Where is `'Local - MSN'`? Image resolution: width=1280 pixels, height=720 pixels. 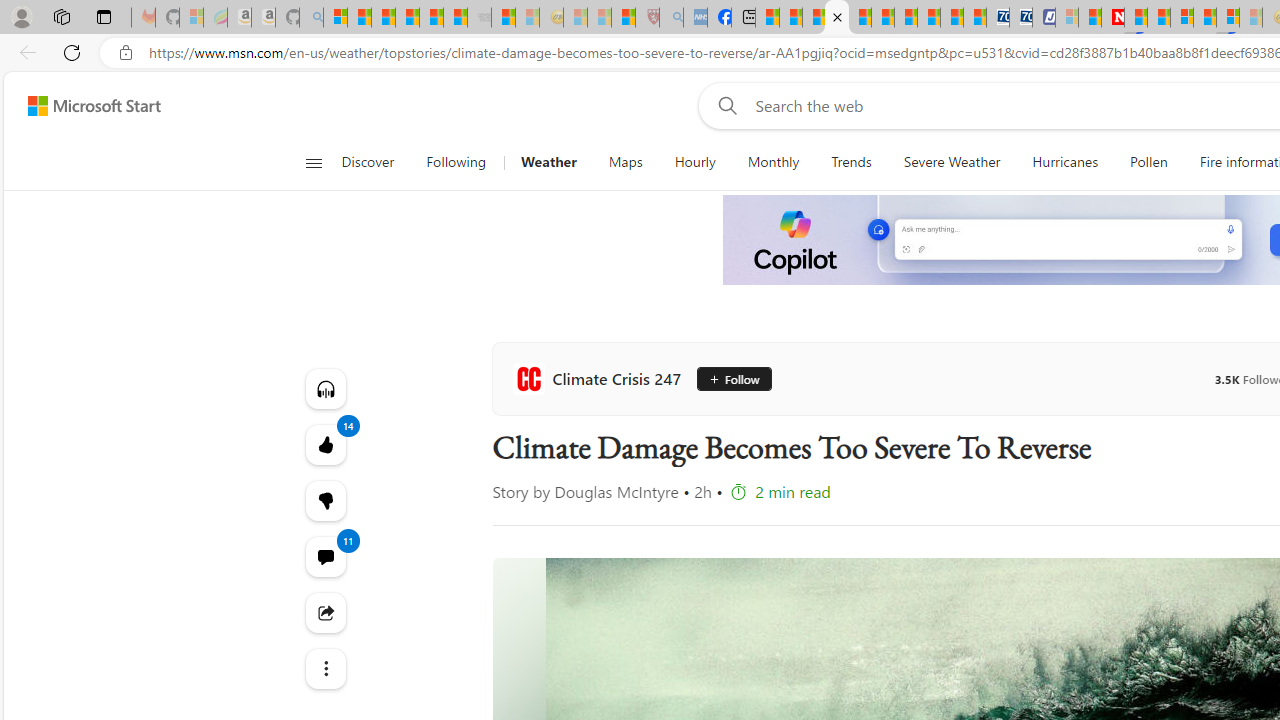 'Local - MSN' is located at coordinates (622, 17).